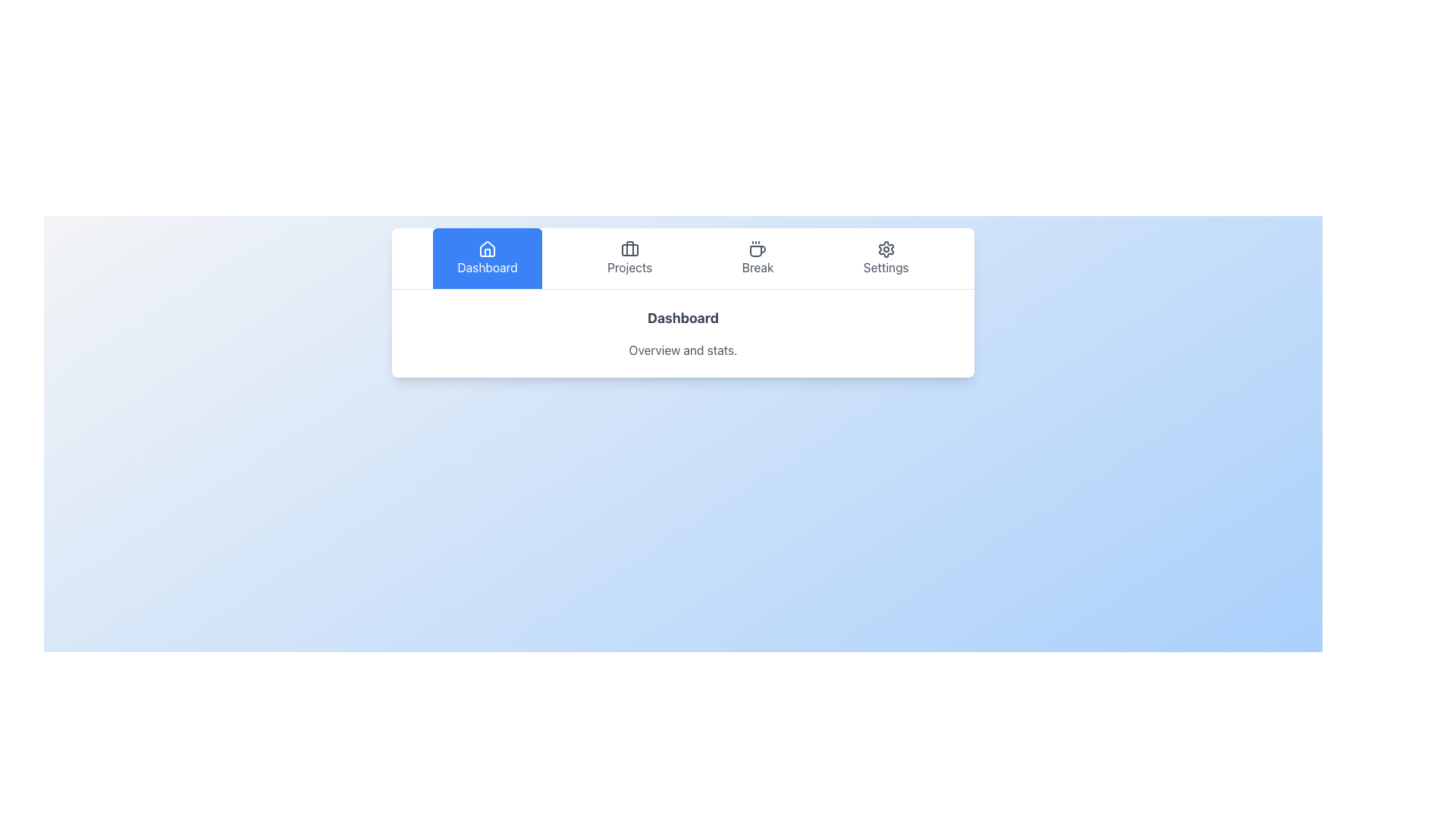 The width and height of the screenshot is (1456, 819). What do you see at coordinates (488, 267) in the screenshot?
I see `the 'Dashboard' label in the navigation menu, which is positioned at the top left of the navigation bar directly below the house icon` at bounding box center [488, 267].